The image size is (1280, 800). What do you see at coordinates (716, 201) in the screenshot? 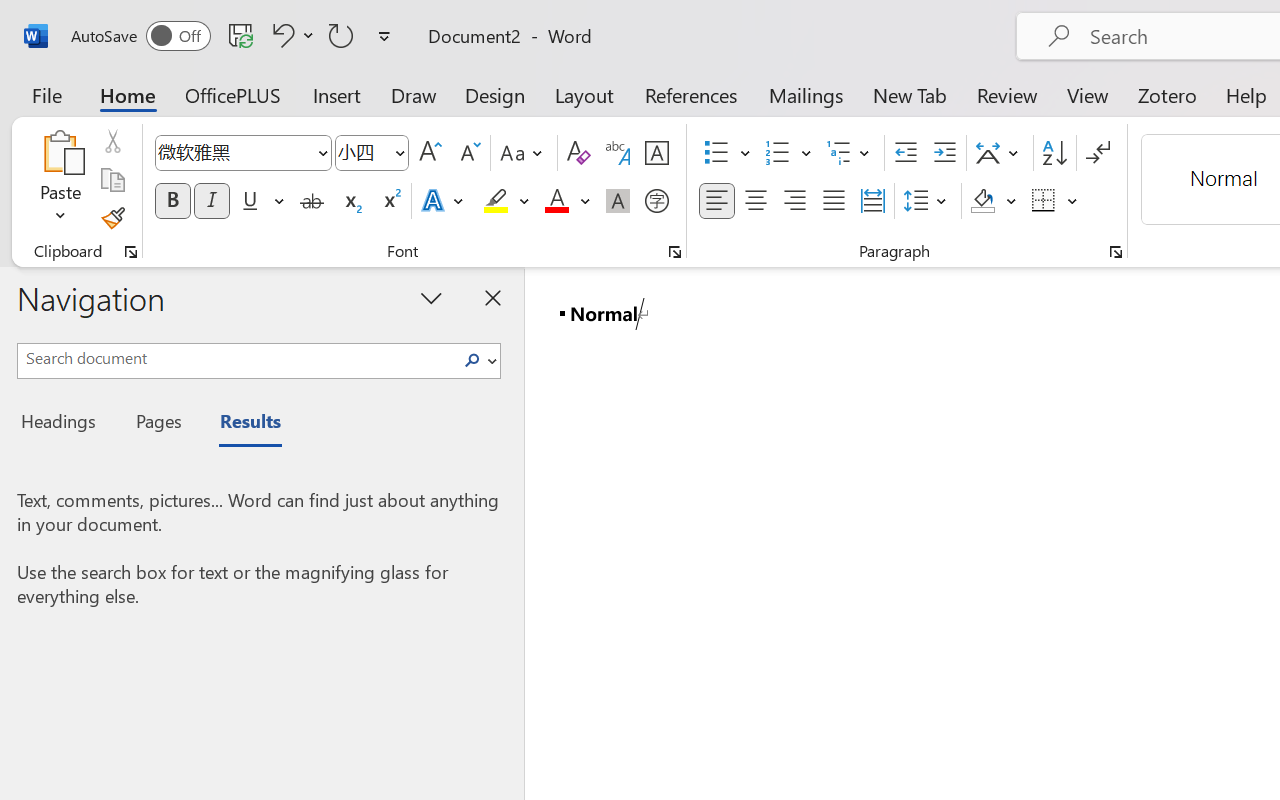
I see `'Align Left'` at bounding box center [716, 201].